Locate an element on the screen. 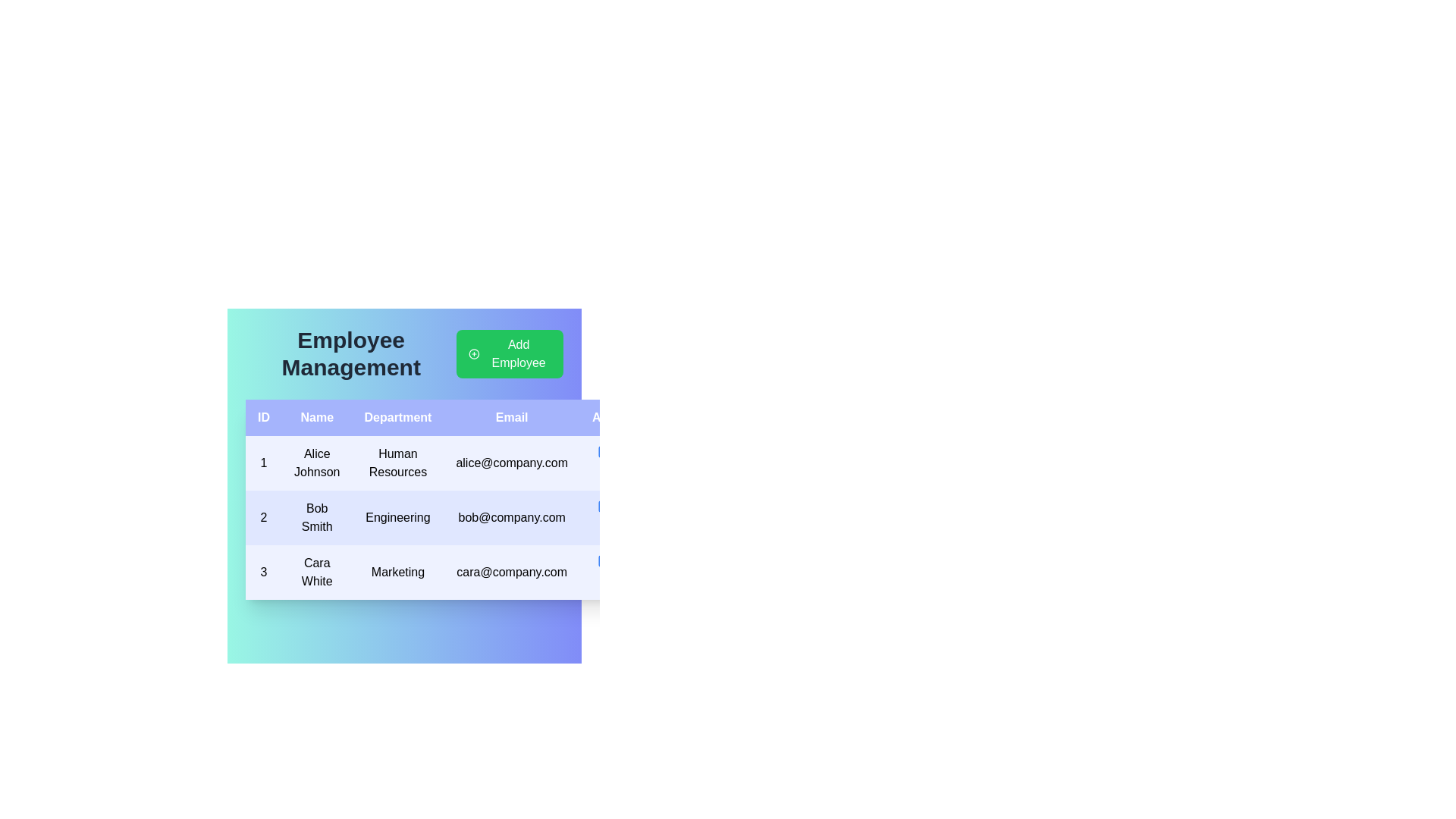 The height and width of the screenshot is (819, 1456). the 'Employee Management' header section that includes the 'Add Employee' button, which is located near the top of the interface above a data table is located at coordinates (404, 353).